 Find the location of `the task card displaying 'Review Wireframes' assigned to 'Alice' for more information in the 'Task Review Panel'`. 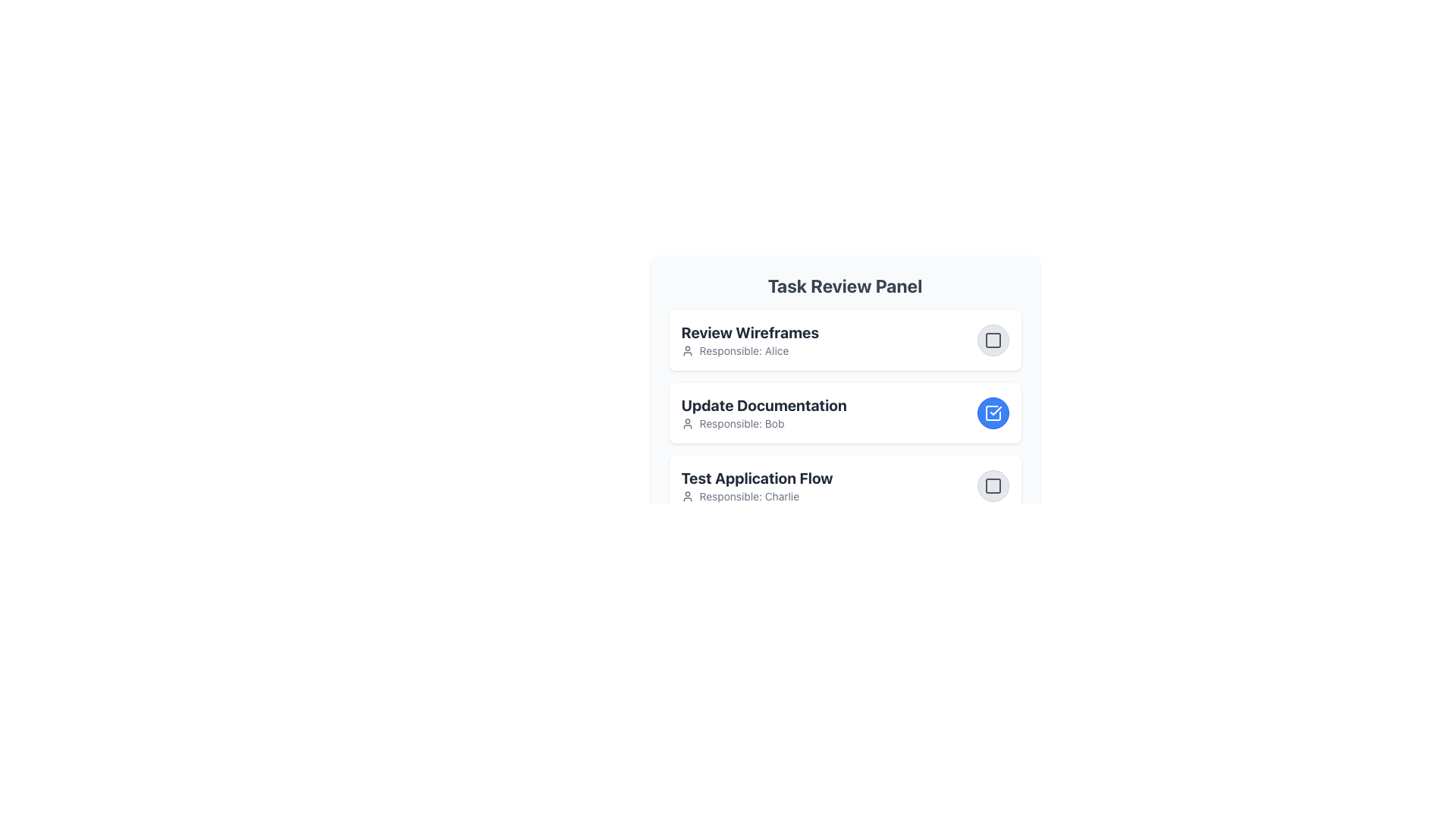

the task card displaying 'Review Wireframes' assigned to 'Alice' for more information in the 'Task Review Panel' is located at coordinates (844, 339).